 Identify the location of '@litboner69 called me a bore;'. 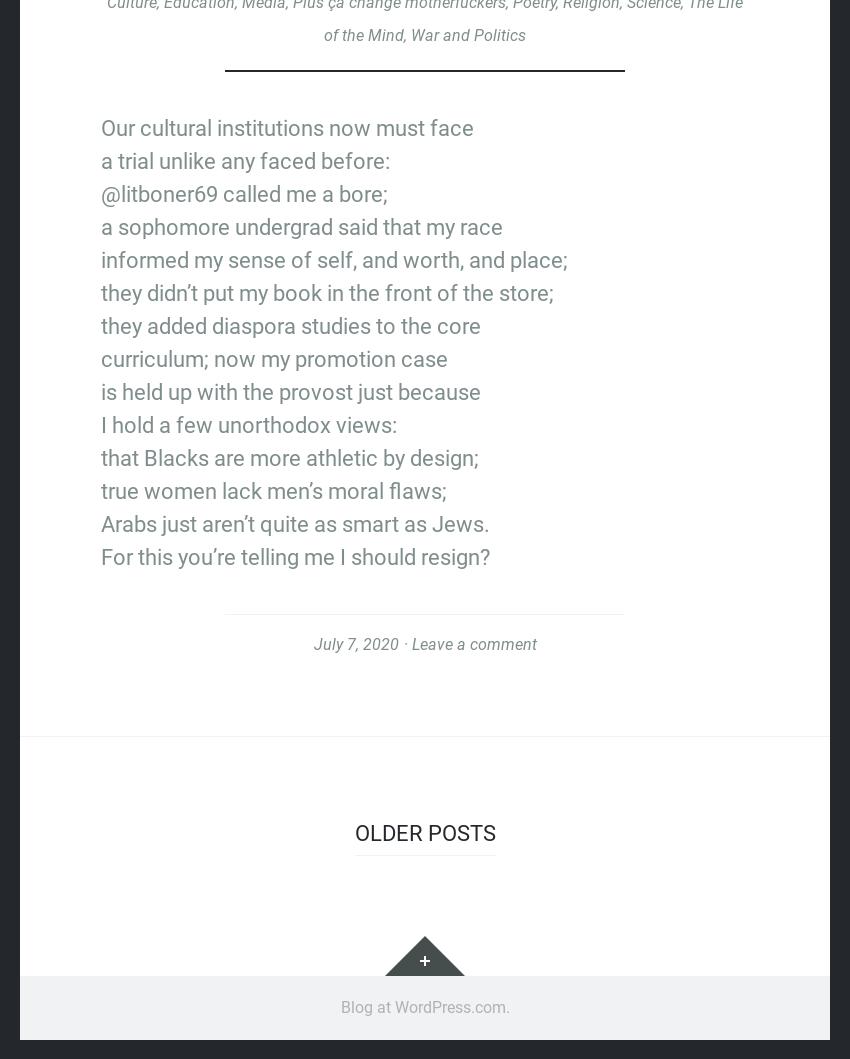
(244, 192).